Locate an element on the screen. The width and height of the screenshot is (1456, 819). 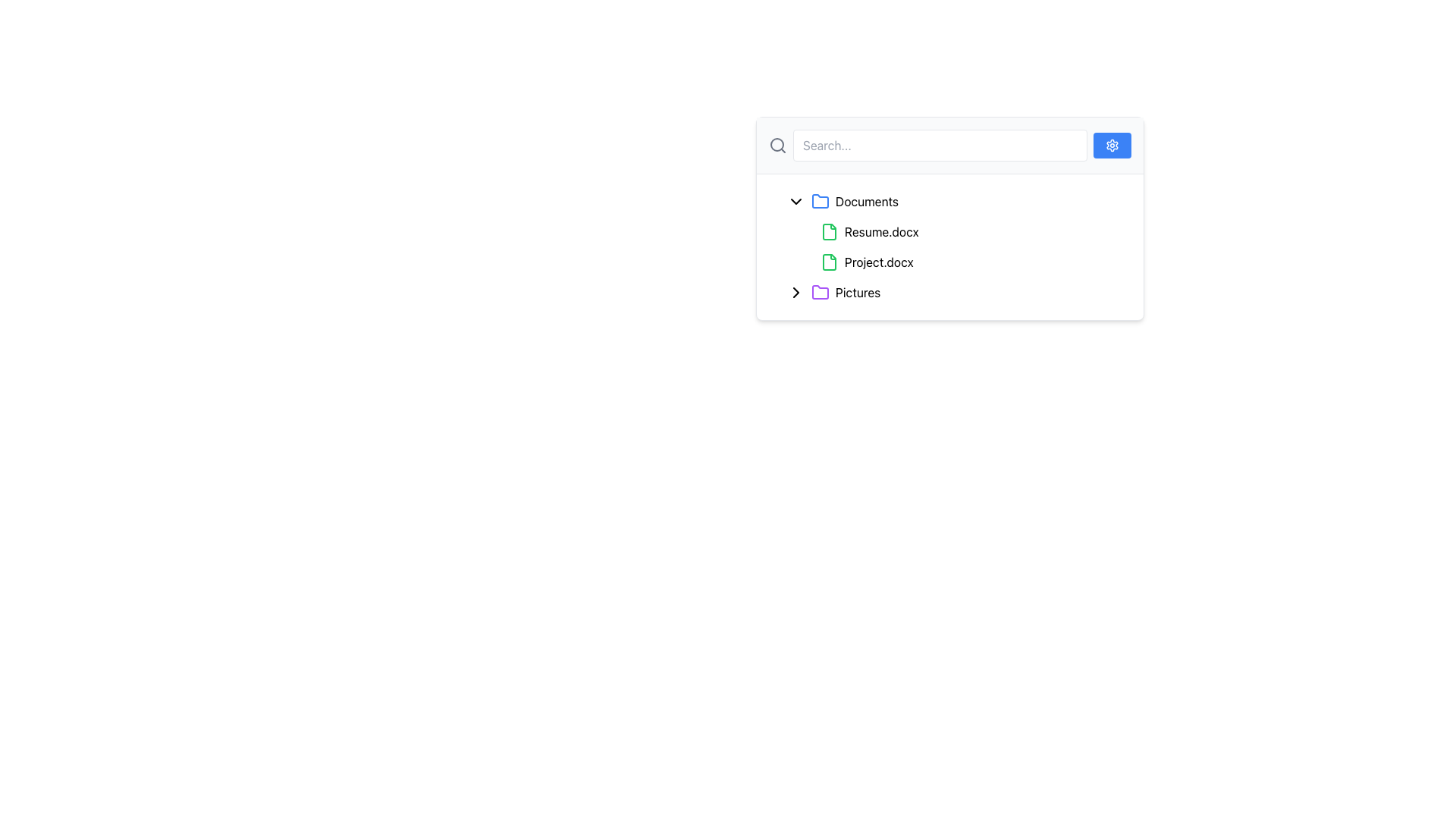
the visual representation of the green document icon with a folded top-right corner, located to the left of the text 'Resume.docx' is located at coordinates (829, 231).